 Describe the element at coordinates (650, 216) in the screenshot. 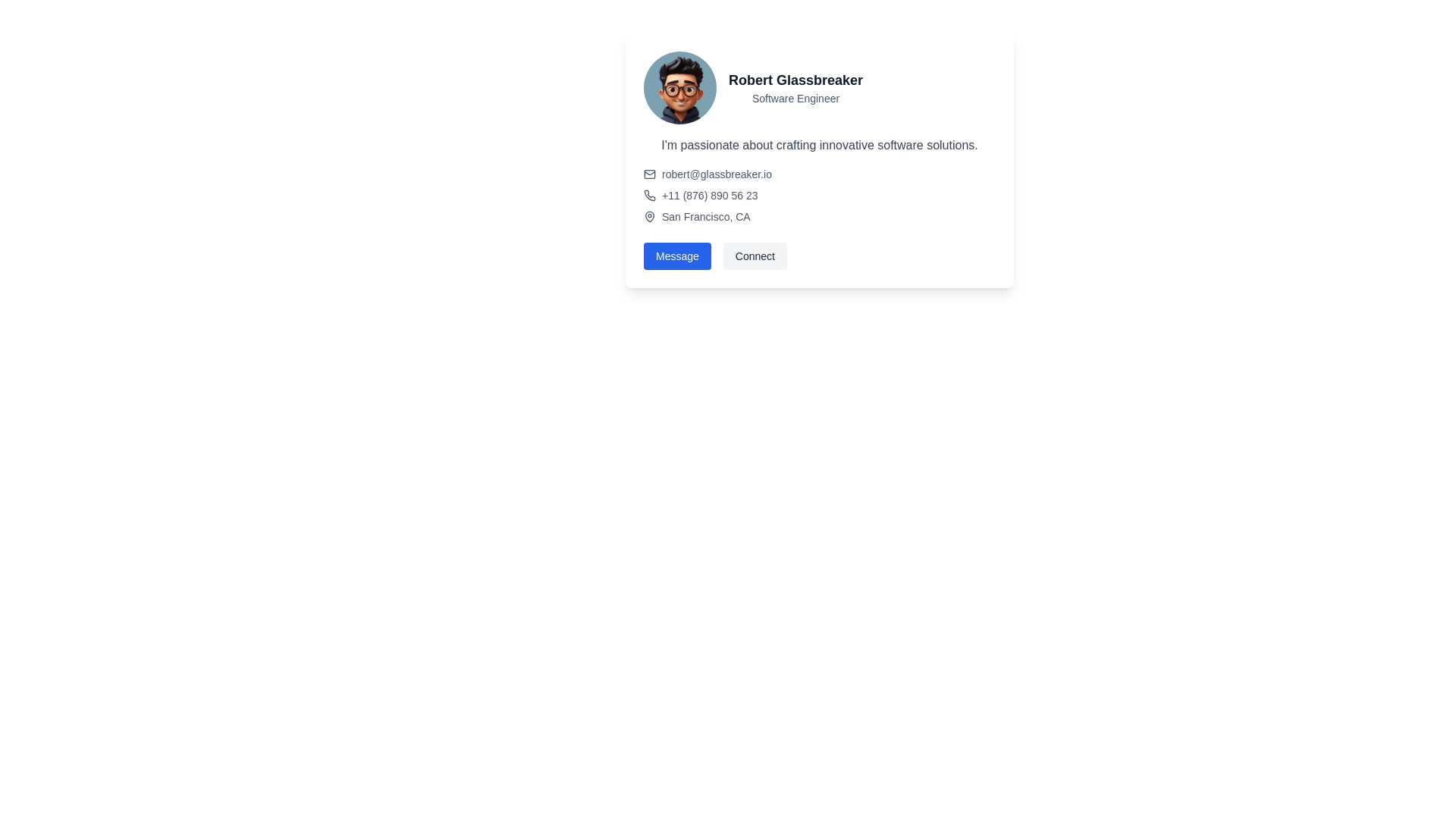

I see `the SVG map pin icon located to the left of the text 'San Francisco, CA' in the user information card` at that location.